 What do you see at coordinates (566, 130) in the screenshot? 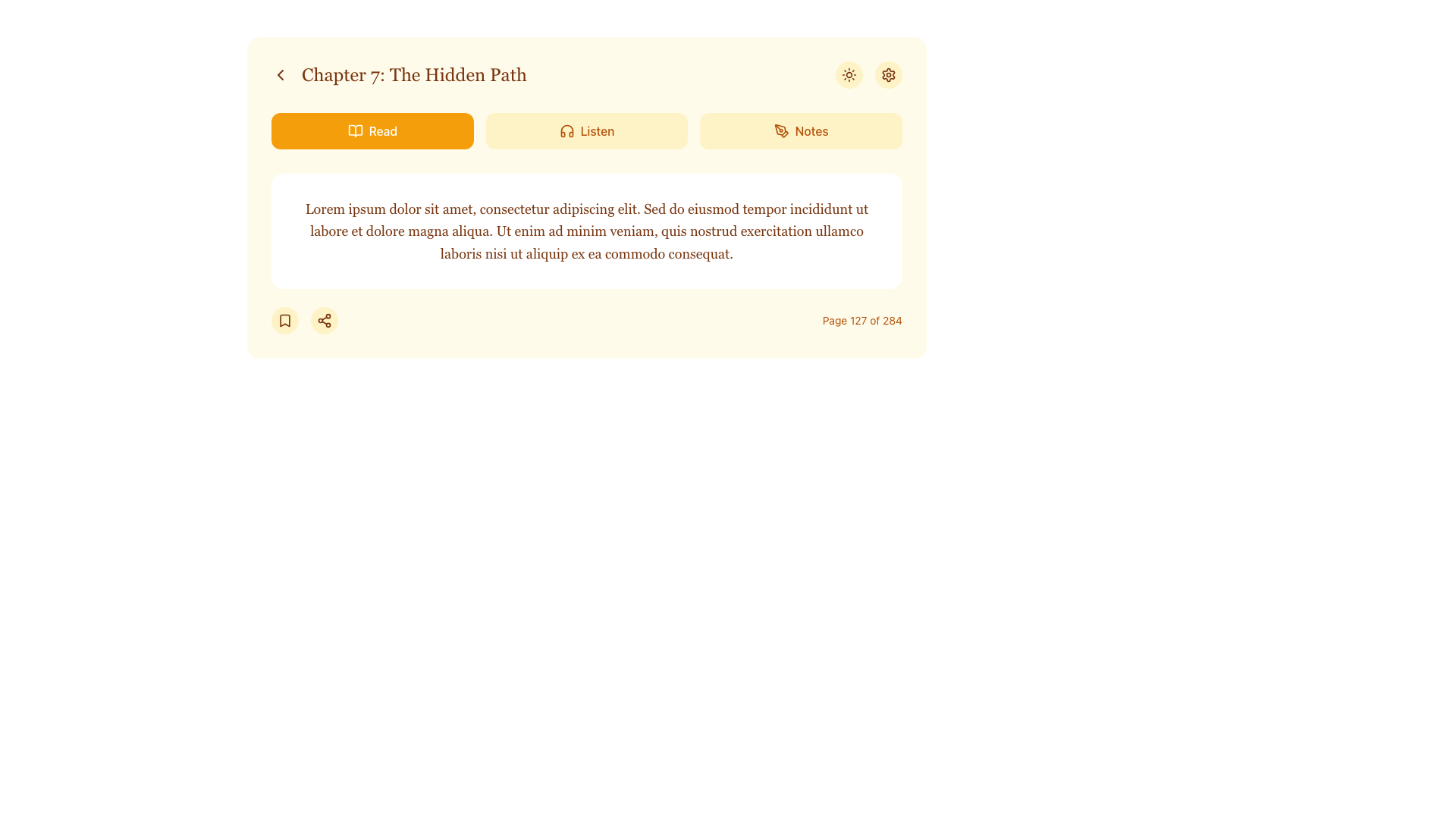
I see `the minimalist headphone icon located in the 'Listen' button in the top control bar of the interface` at bounding box center [566, 130].